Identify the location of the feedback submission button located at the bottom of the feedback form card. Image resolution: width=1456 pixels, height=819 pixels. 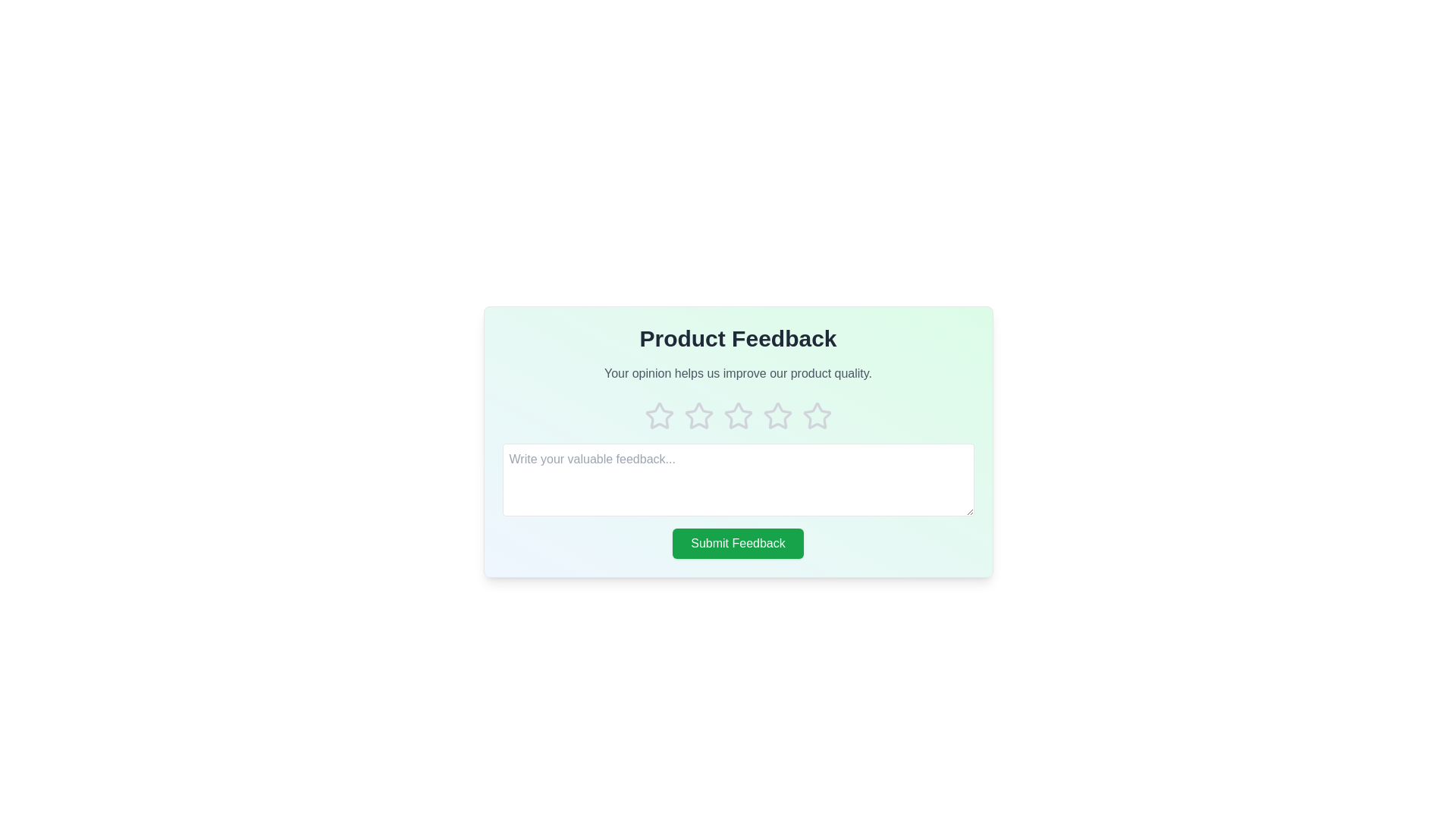
(738, 543).